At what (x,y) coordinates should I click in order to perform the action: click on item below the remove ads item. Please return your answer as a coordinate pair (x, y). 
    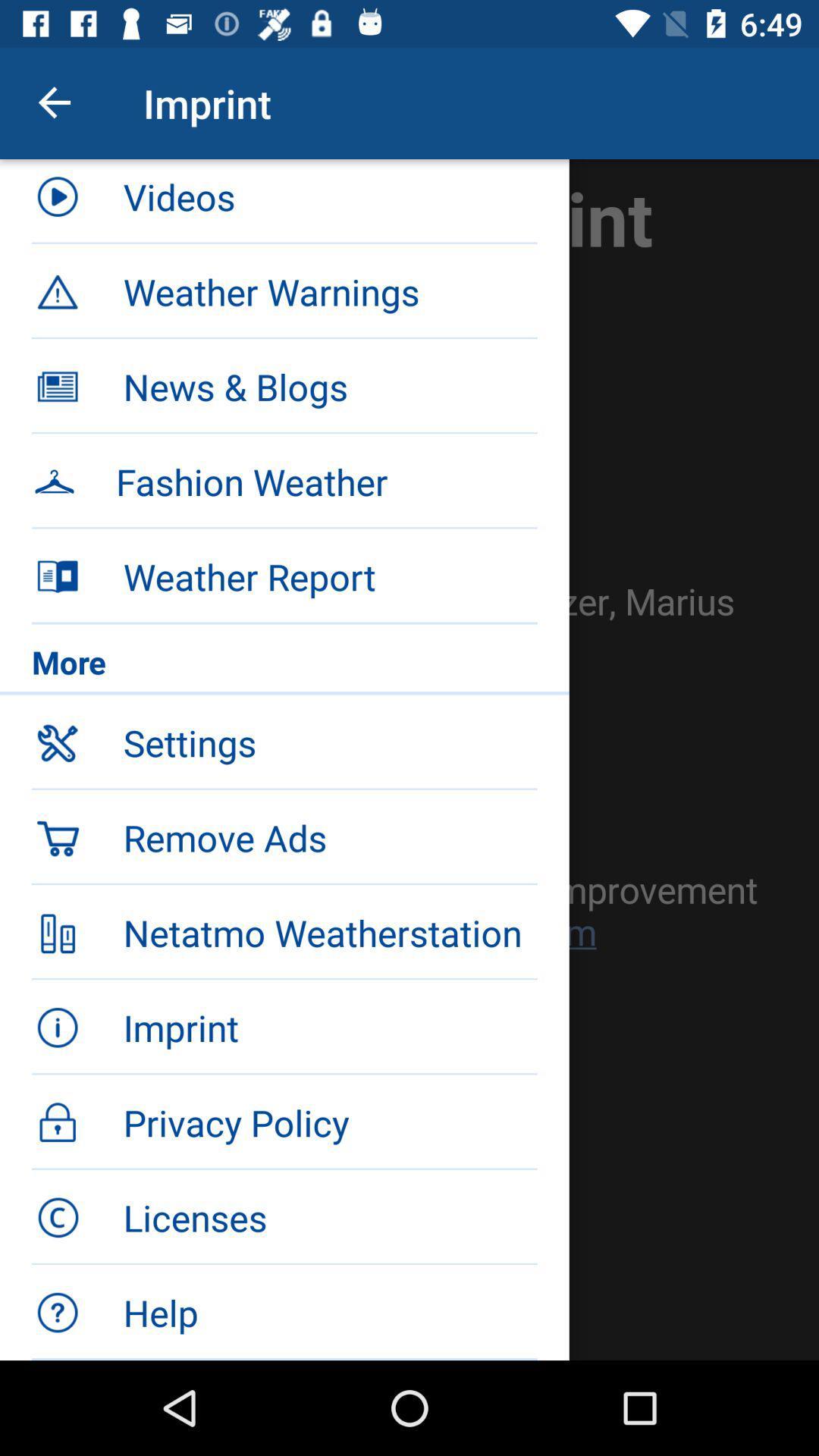
    Looking at the image, I should click on (329, 931).